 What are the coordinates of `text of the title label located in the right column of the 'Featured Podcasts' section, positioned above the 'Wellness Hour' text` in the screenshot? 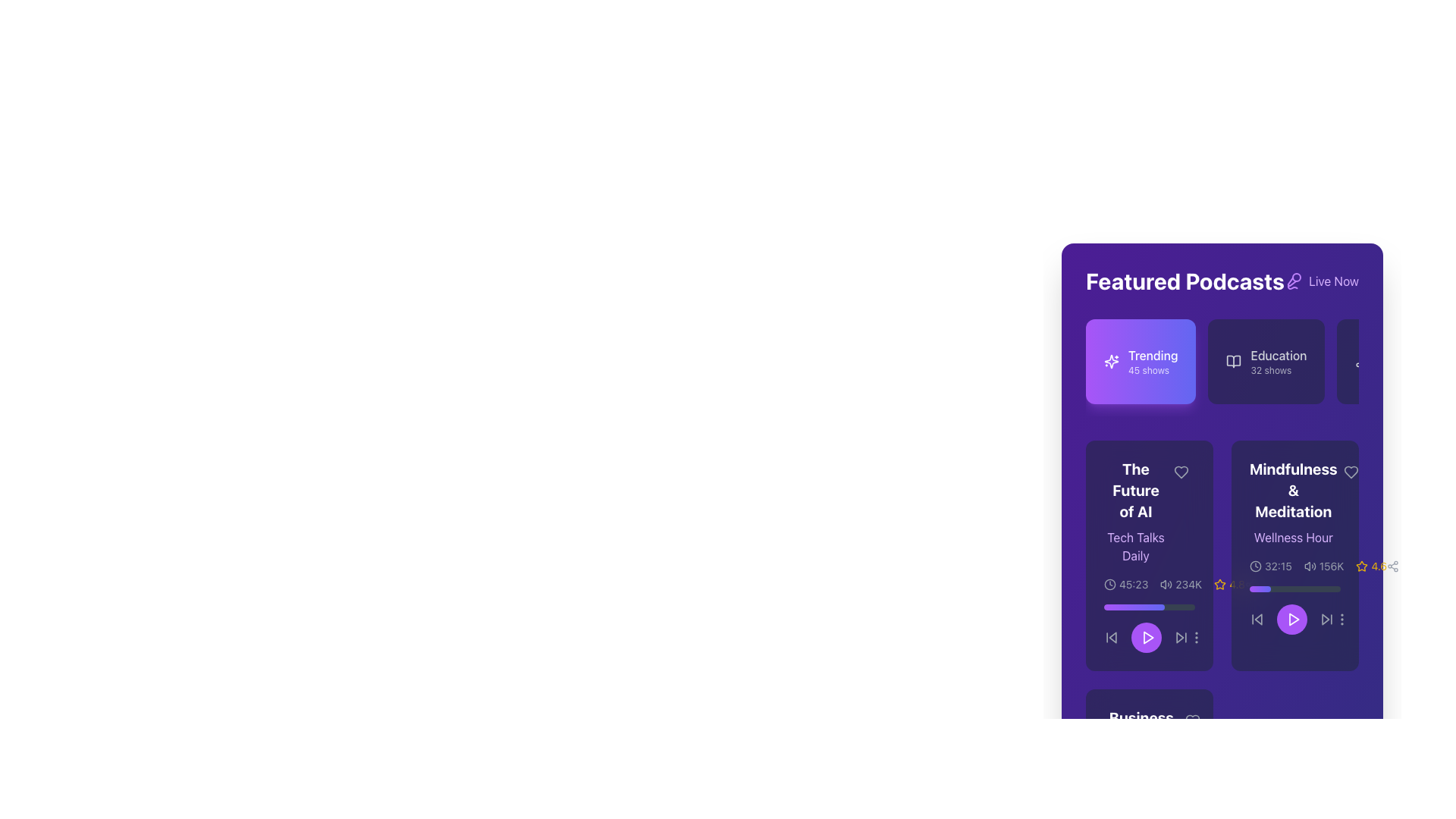 It's located at (1292, 491).